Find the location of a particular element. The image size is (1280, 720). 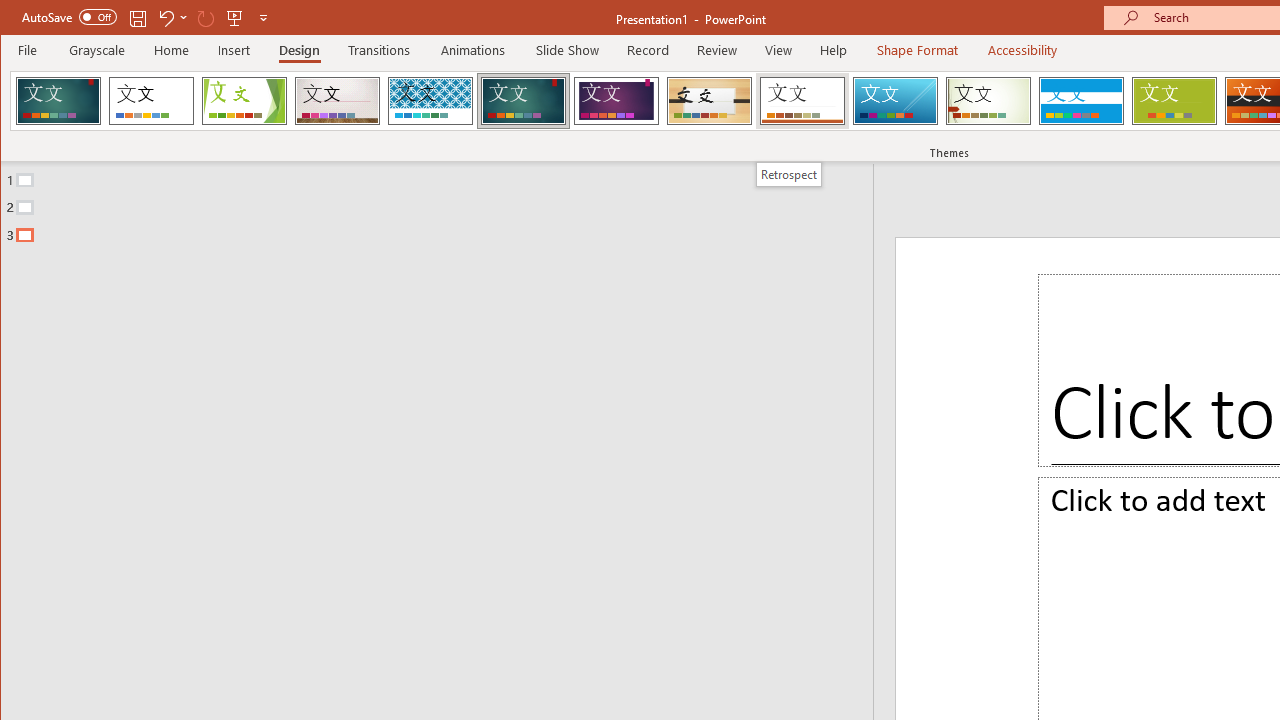

'Ion Boardroom' is located at coordinates (615, 100).